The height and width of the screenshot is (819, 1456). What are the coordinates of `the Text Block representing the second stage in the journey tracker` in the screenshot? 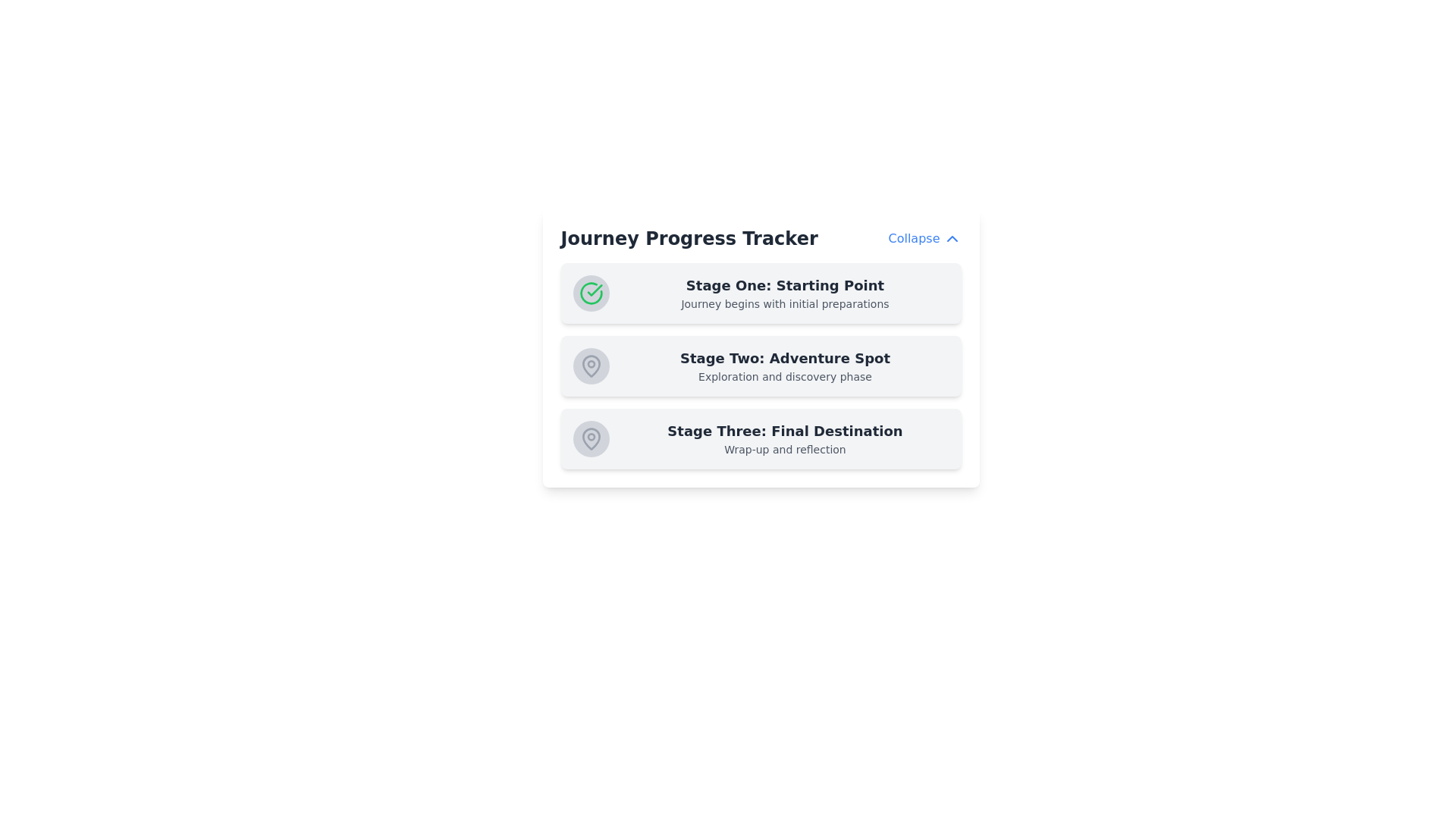 It's located at (785, 366).